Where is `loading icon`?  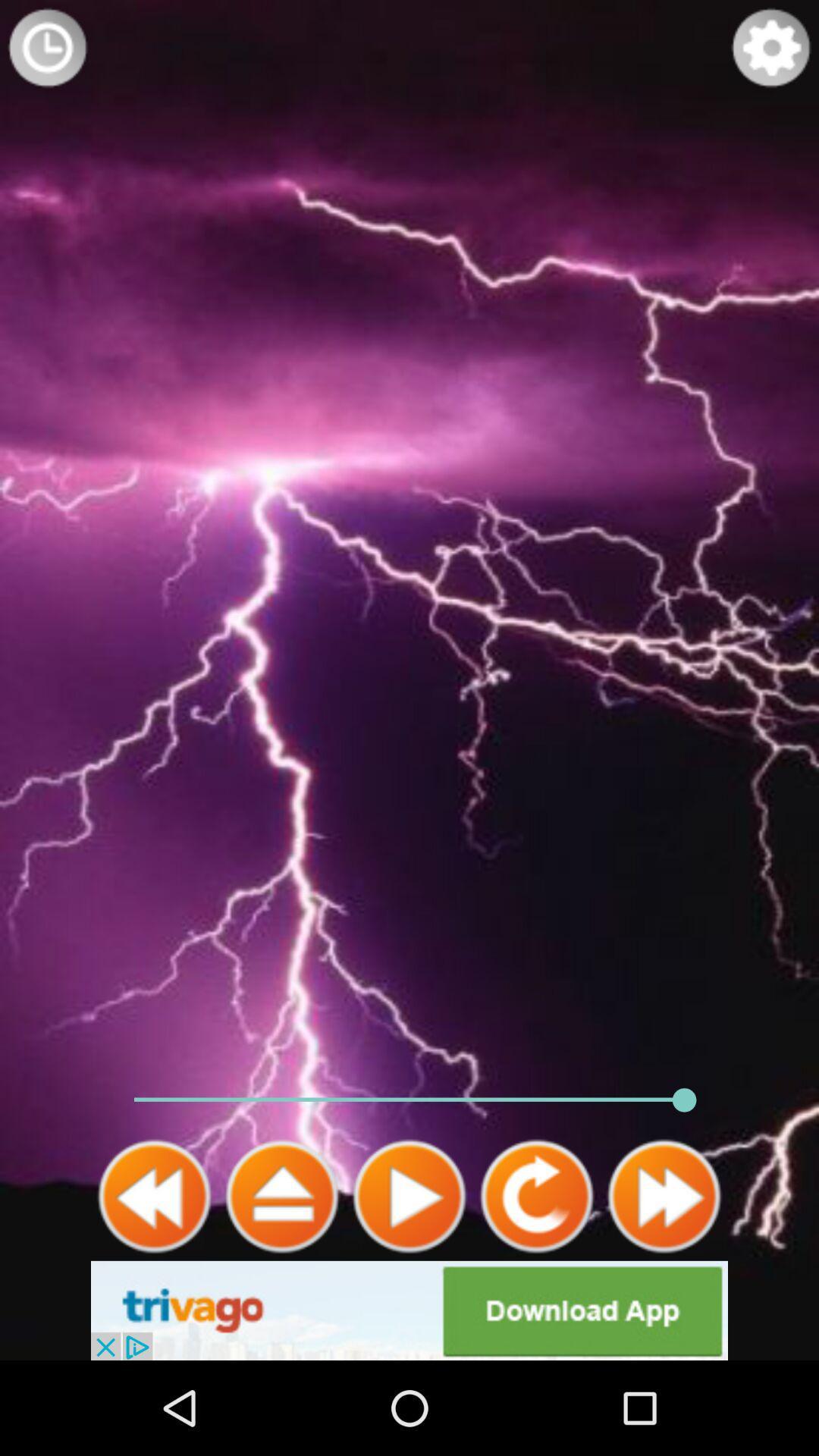
loading icon is located at coordinates (46, 47).